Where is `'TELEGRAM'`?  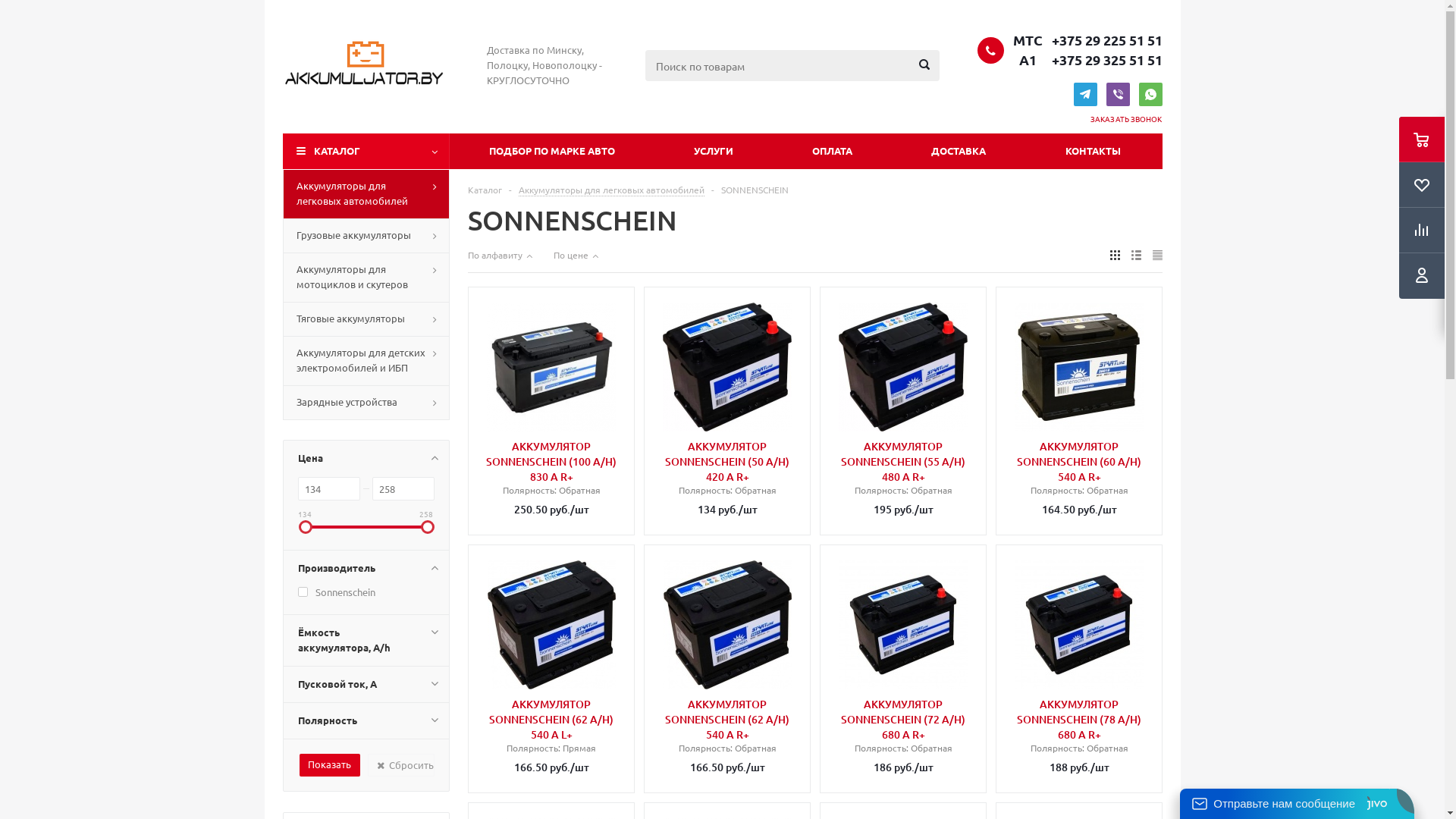 'TELEGRAM' is located at coordinates (1073, 94).